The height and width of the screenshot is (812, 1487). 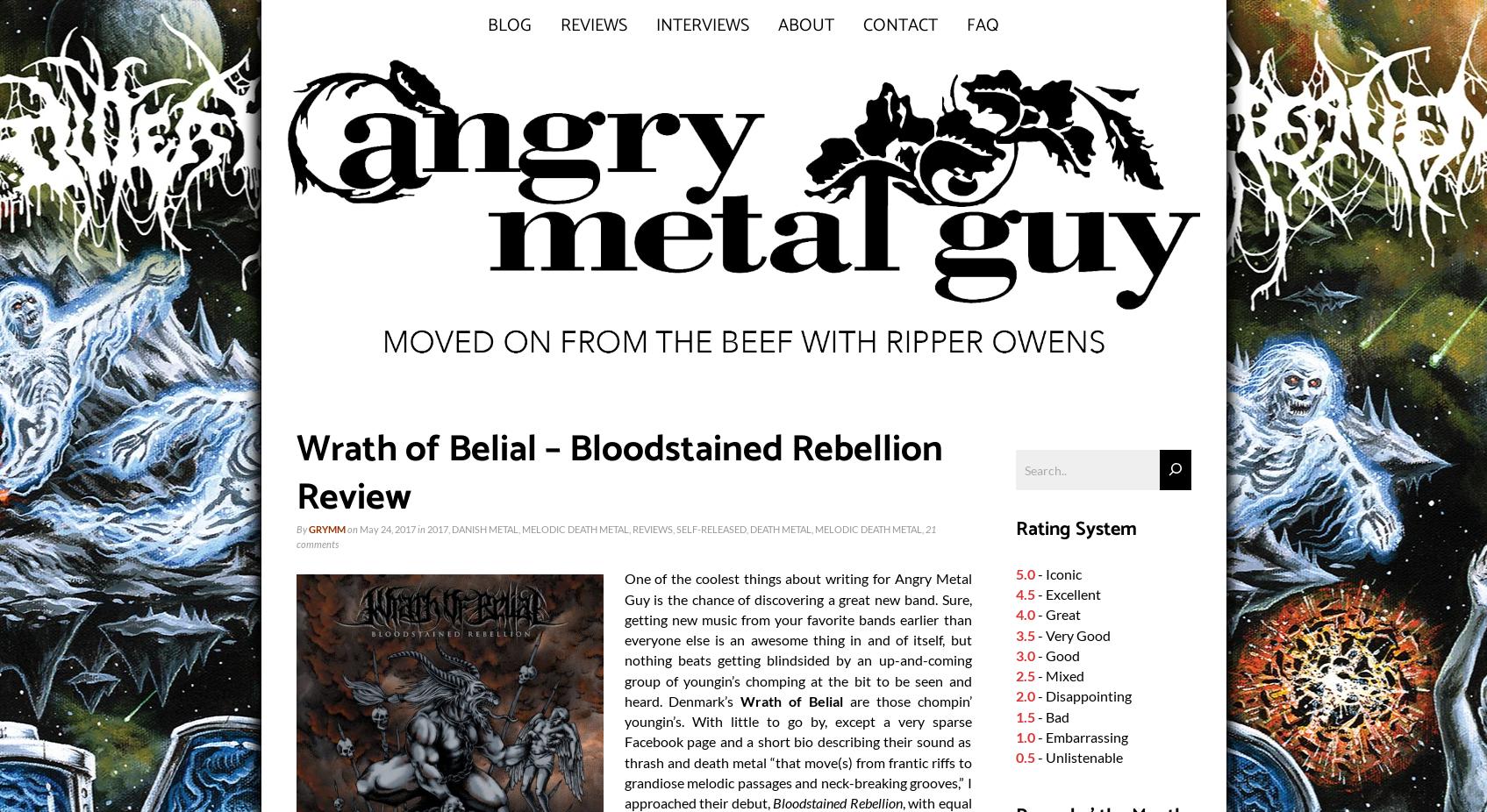 What do you see at coordinates (790, 701) in the screenshot?
I see `'Wrath of Belial'` at bounding box center [790, 701].